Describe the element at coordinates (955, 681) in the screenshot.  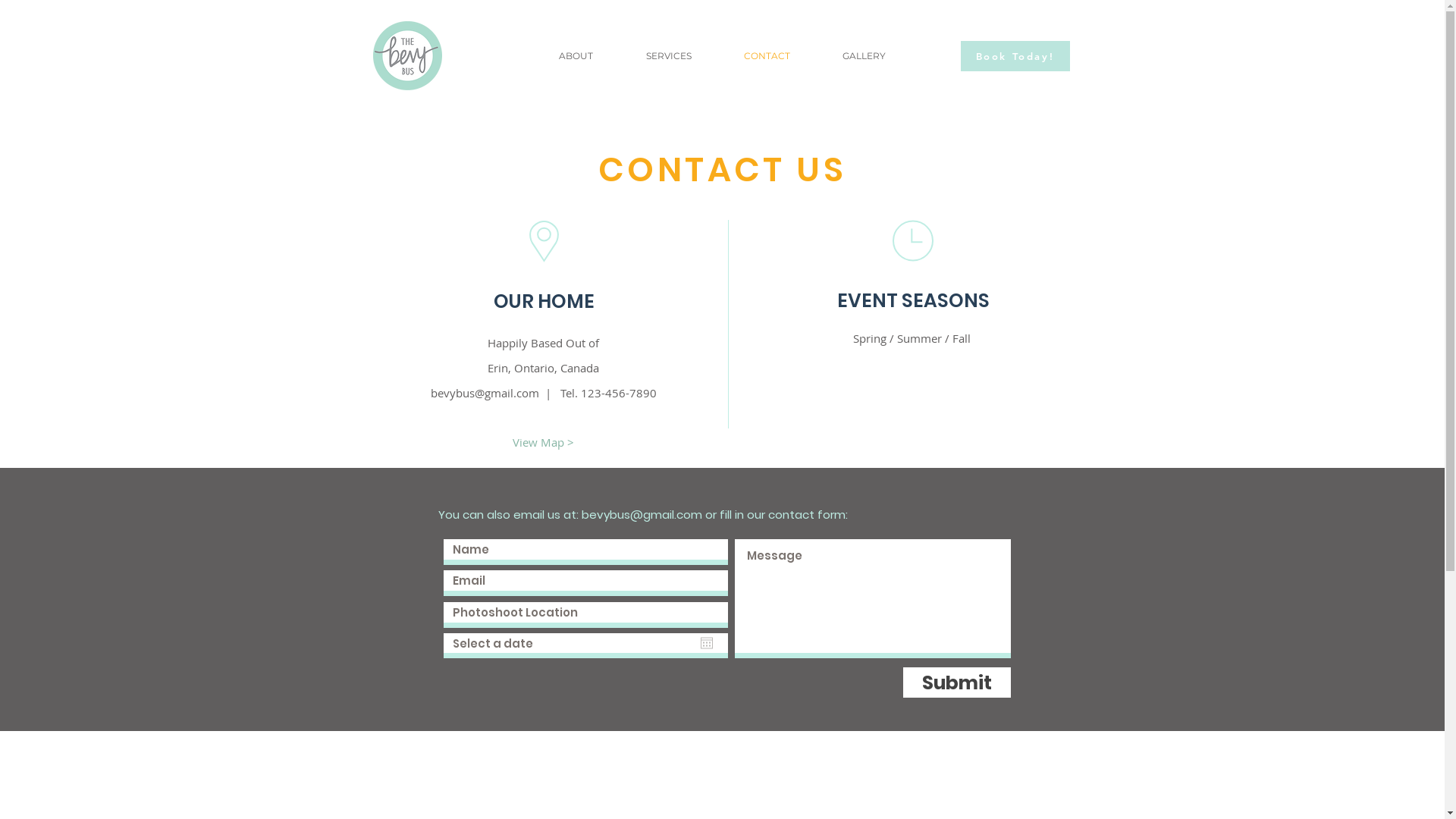
I see `'Submit'` at that location.